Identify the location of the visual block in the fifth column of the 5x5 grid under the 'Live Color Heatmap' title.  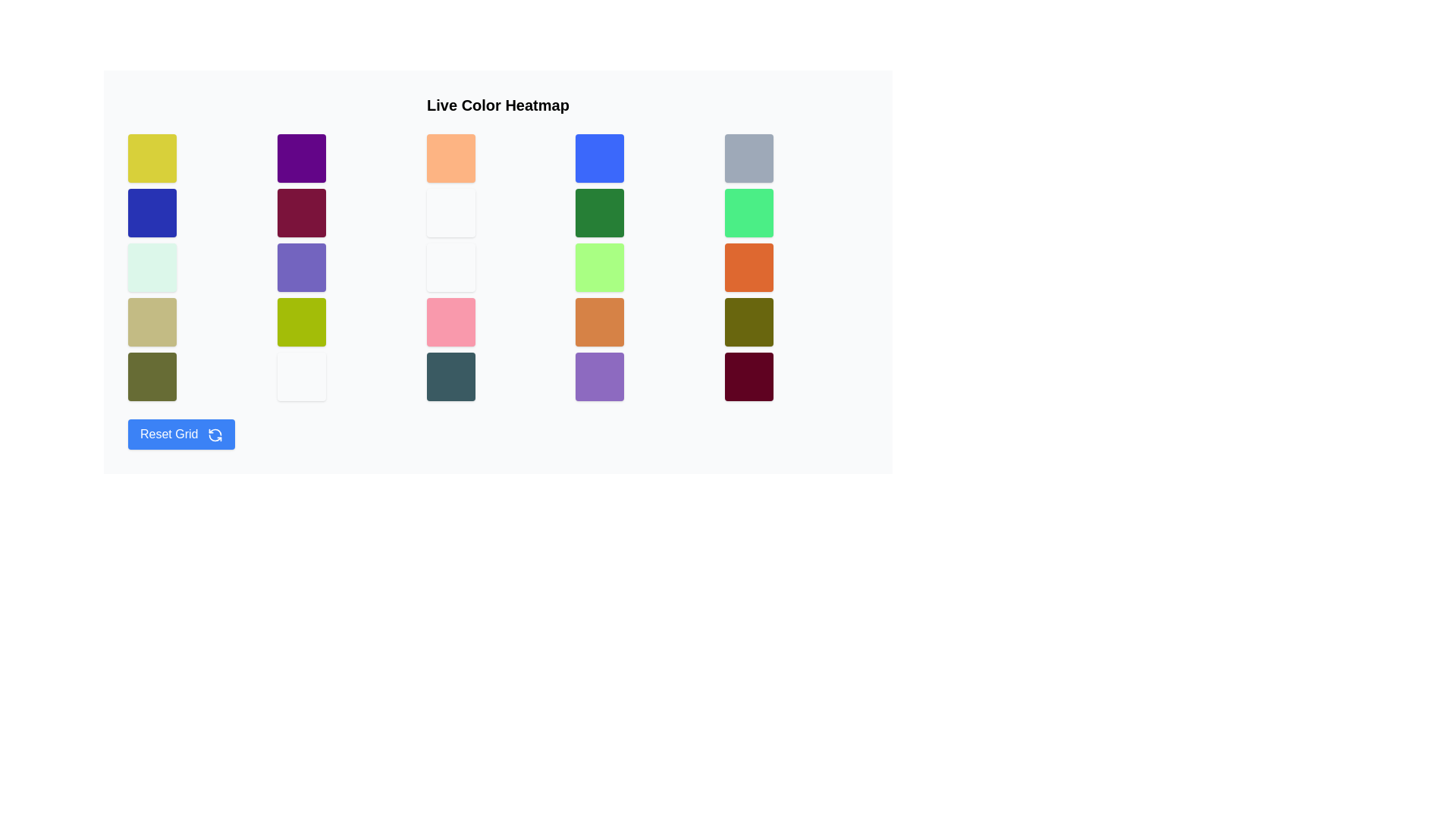
(749, 321).